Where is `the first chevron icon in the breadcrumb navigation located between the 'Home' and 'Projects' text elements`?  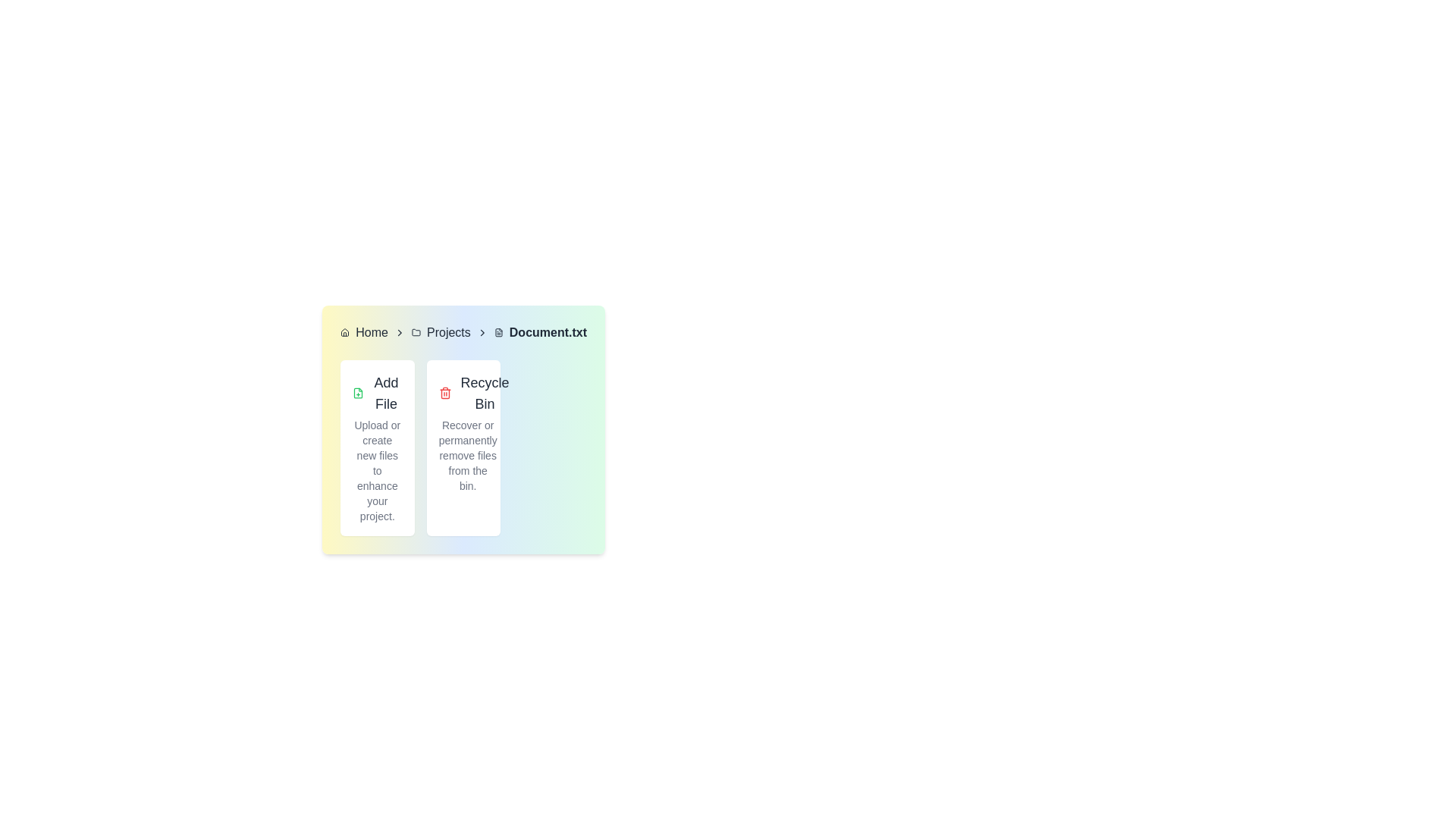 the first chevron icon in the breadcrumb navigation located between the 'Home' and 'Projects' text elements is located at coordinates (400, 332).